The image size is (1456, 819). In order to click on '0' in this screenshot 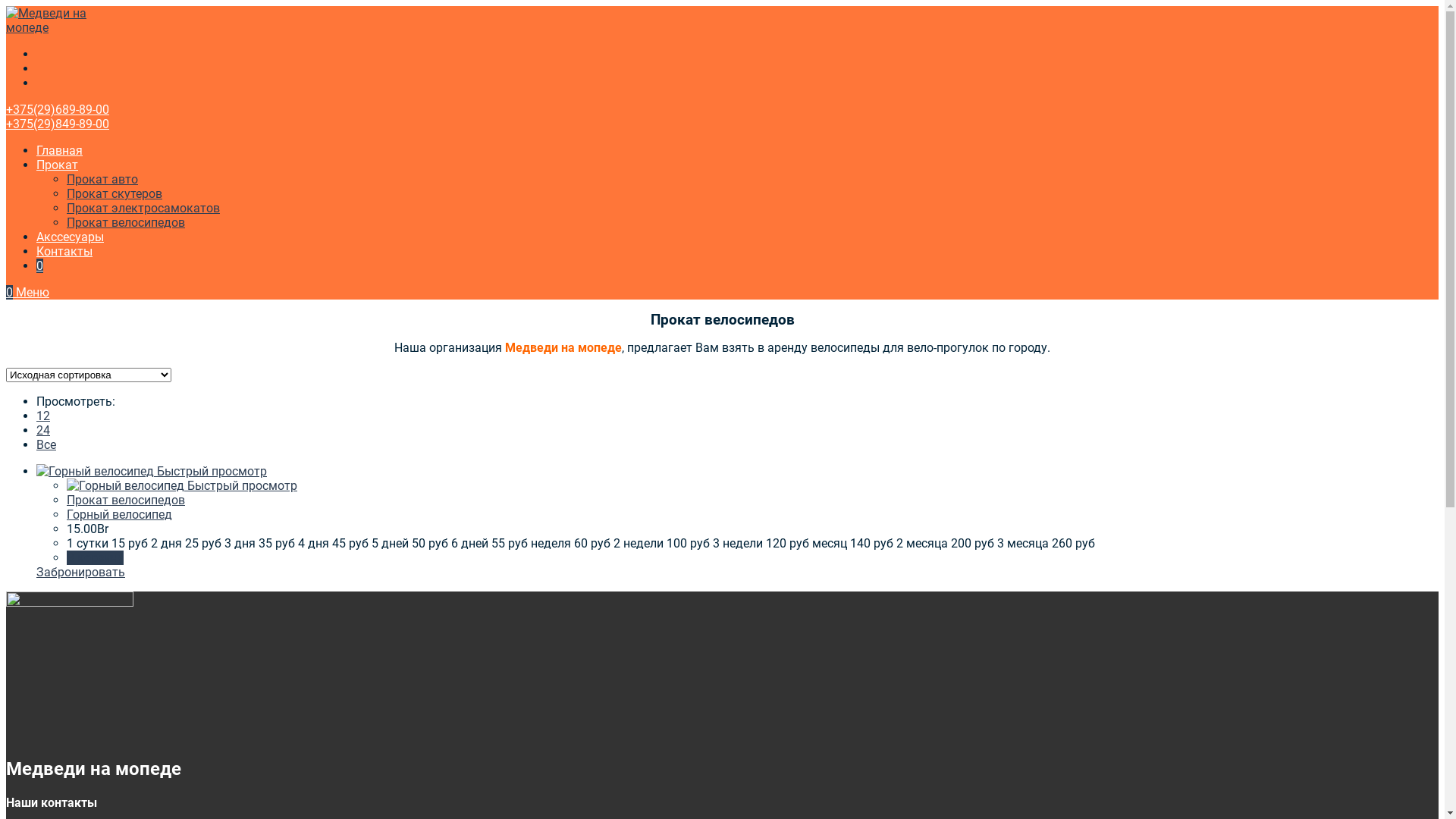, I will do `click(39, 265)`.